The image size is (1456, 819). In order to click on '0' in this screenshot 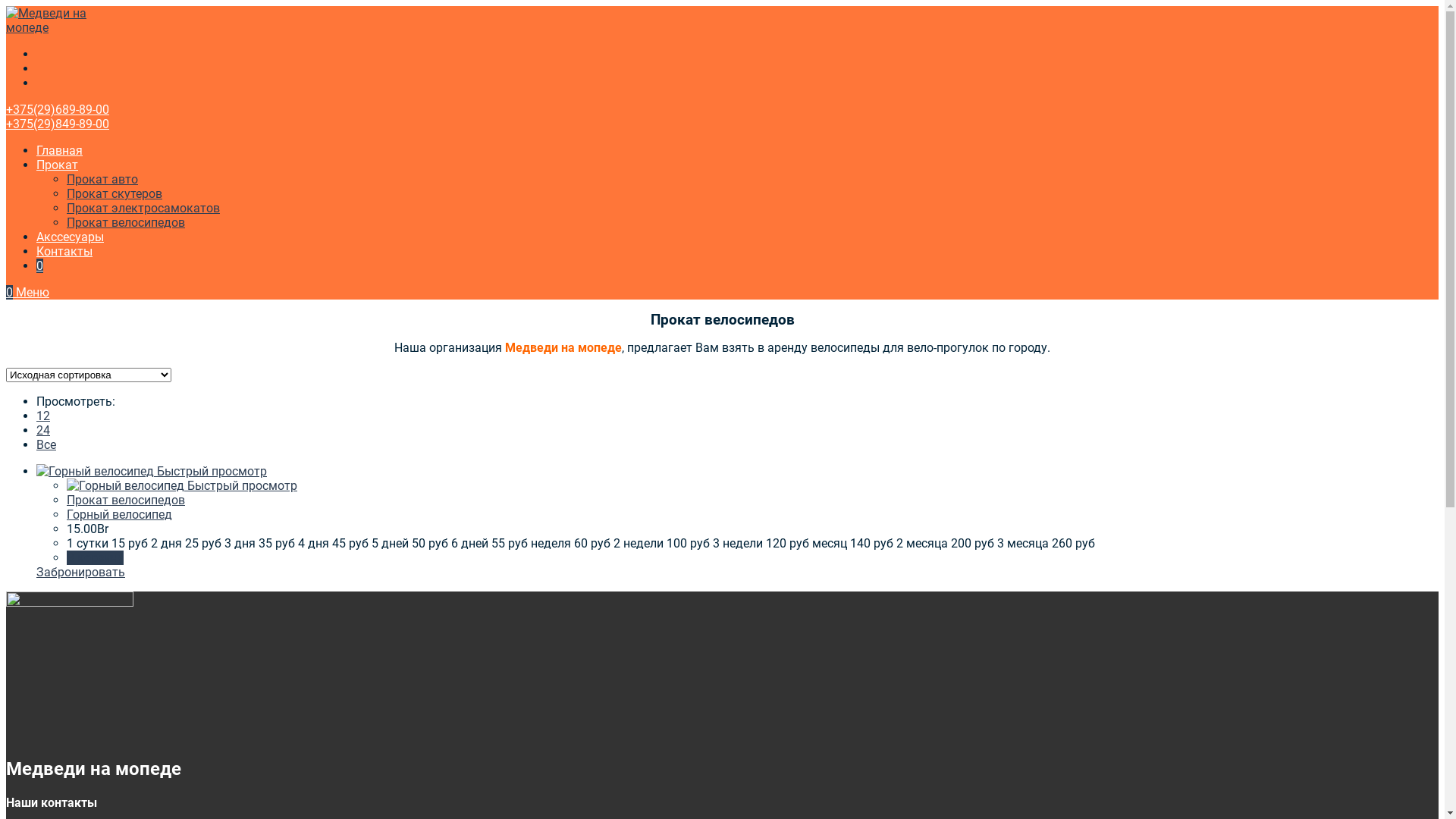, I will do `click(39, 265)`.